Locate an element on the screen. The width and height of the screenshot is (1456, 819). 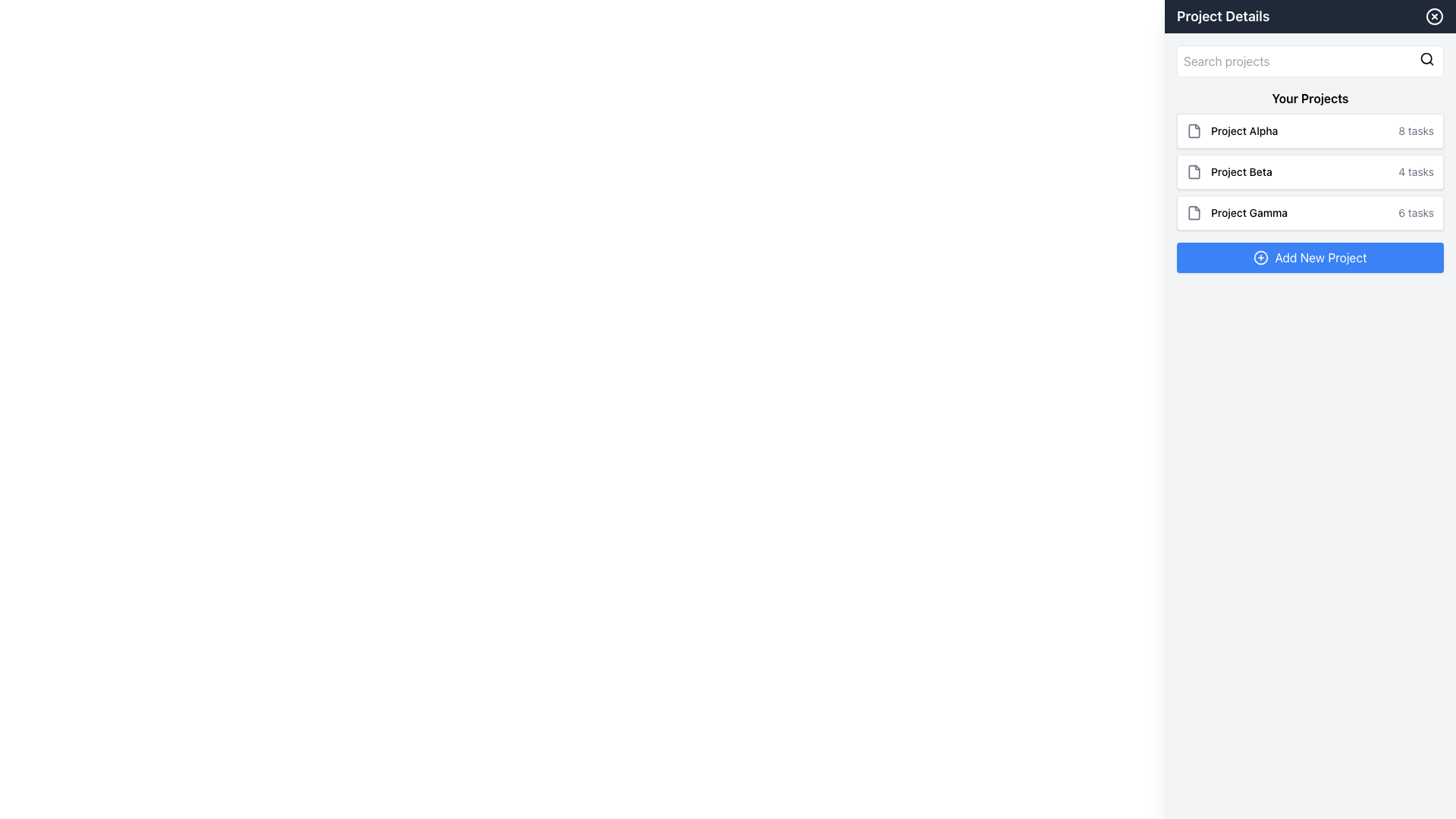
the circular SVG element within the search icon, which denotes search functionalities, located to the right of the 'Search Projects' input field in the 'Project Details' panel is located at coordinates (1426, 58).